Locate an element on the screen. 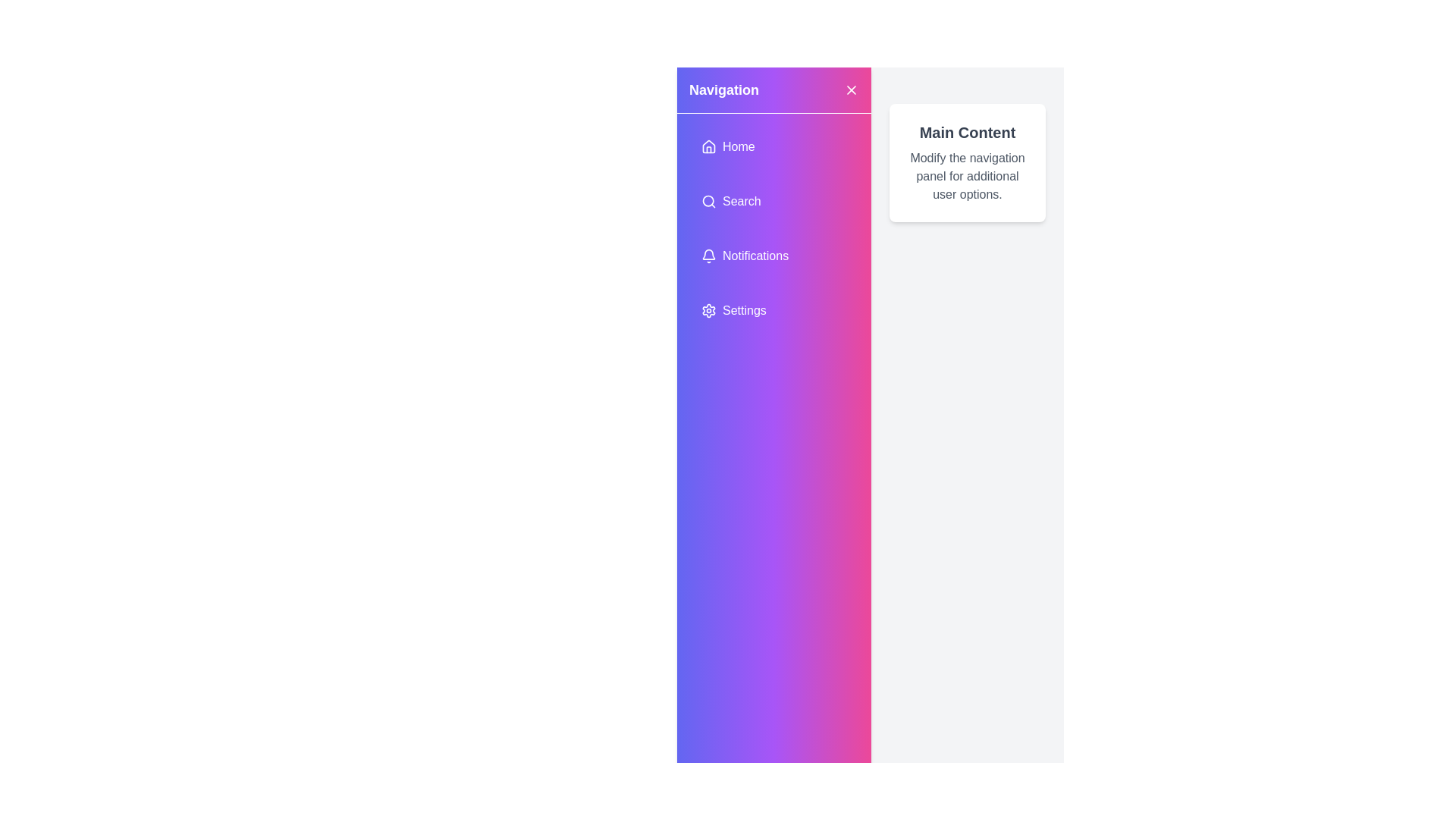 This screenshot has height=819, width=1456. the close button in the top-right corner of the navigation panel header to observe its hover state is located at coordinates (852, 90).